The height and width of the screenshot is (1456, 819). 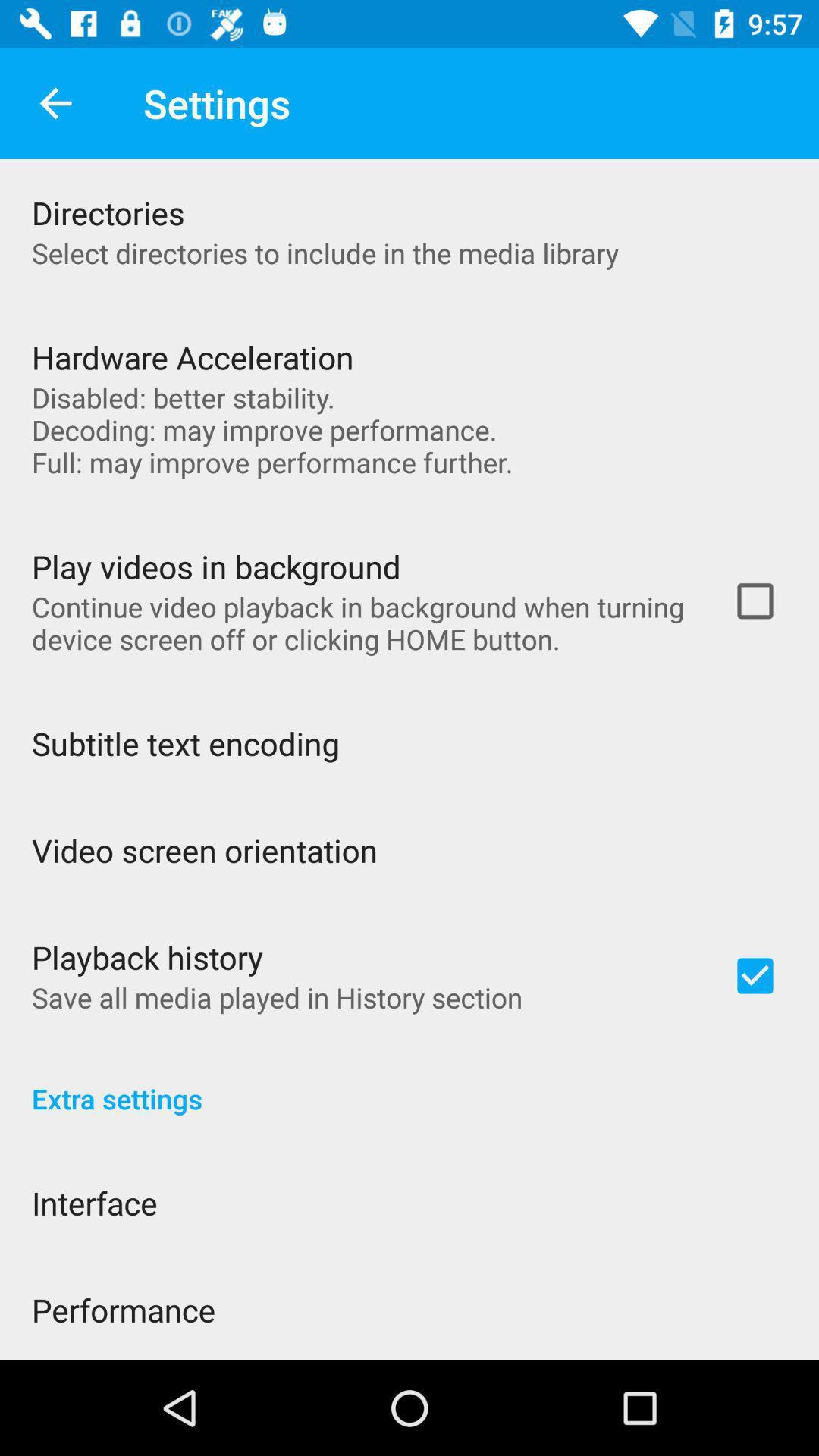 I want to click on the icon above the directories item, so click(x=55, y=102).